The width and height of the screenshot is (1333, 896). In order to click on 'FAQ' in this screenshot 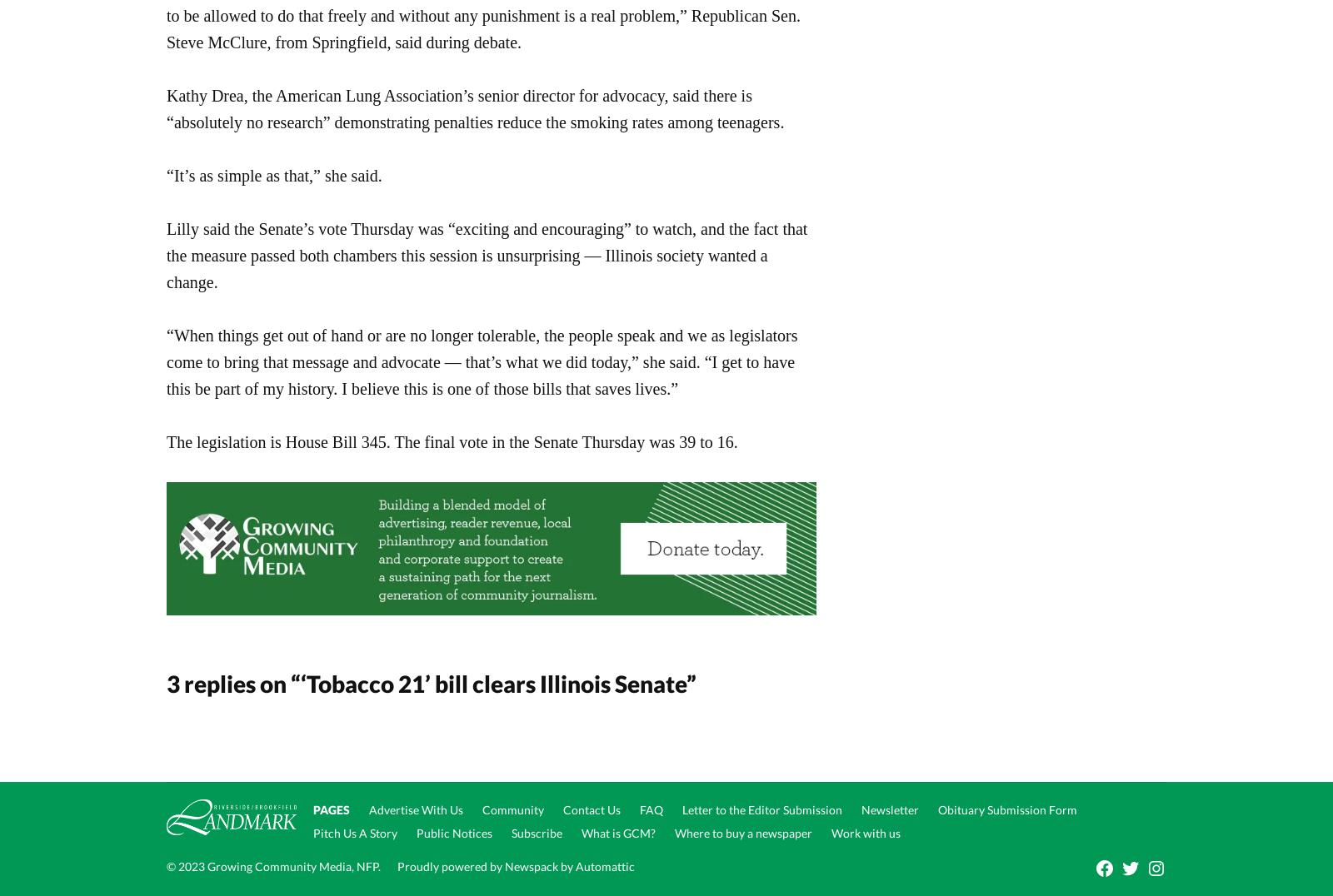, I will do `click(639, 809)`.